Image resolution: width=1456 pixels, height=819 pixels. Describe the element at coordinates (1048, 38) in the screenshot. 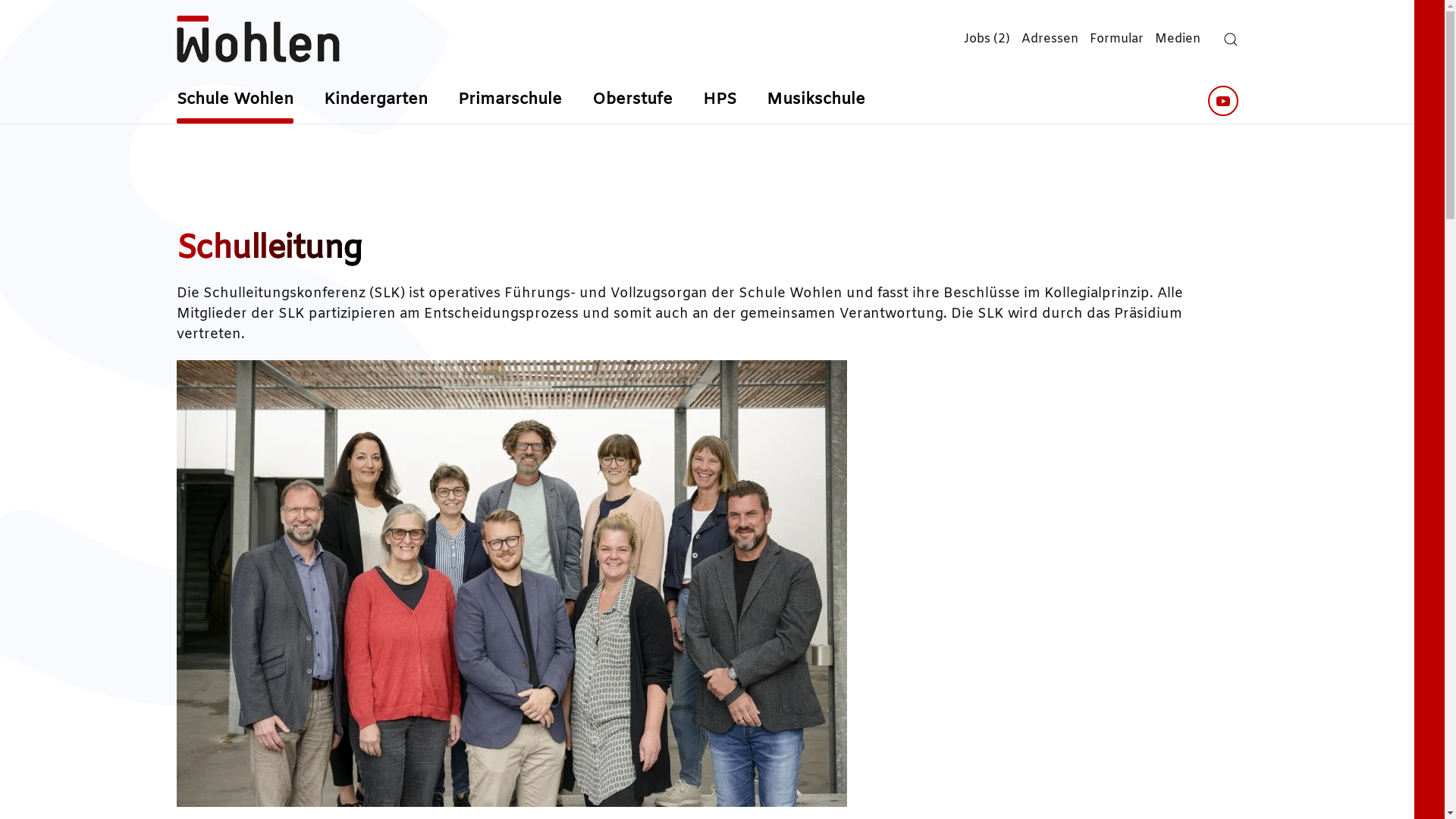

I see `'Adressen'` at that location.